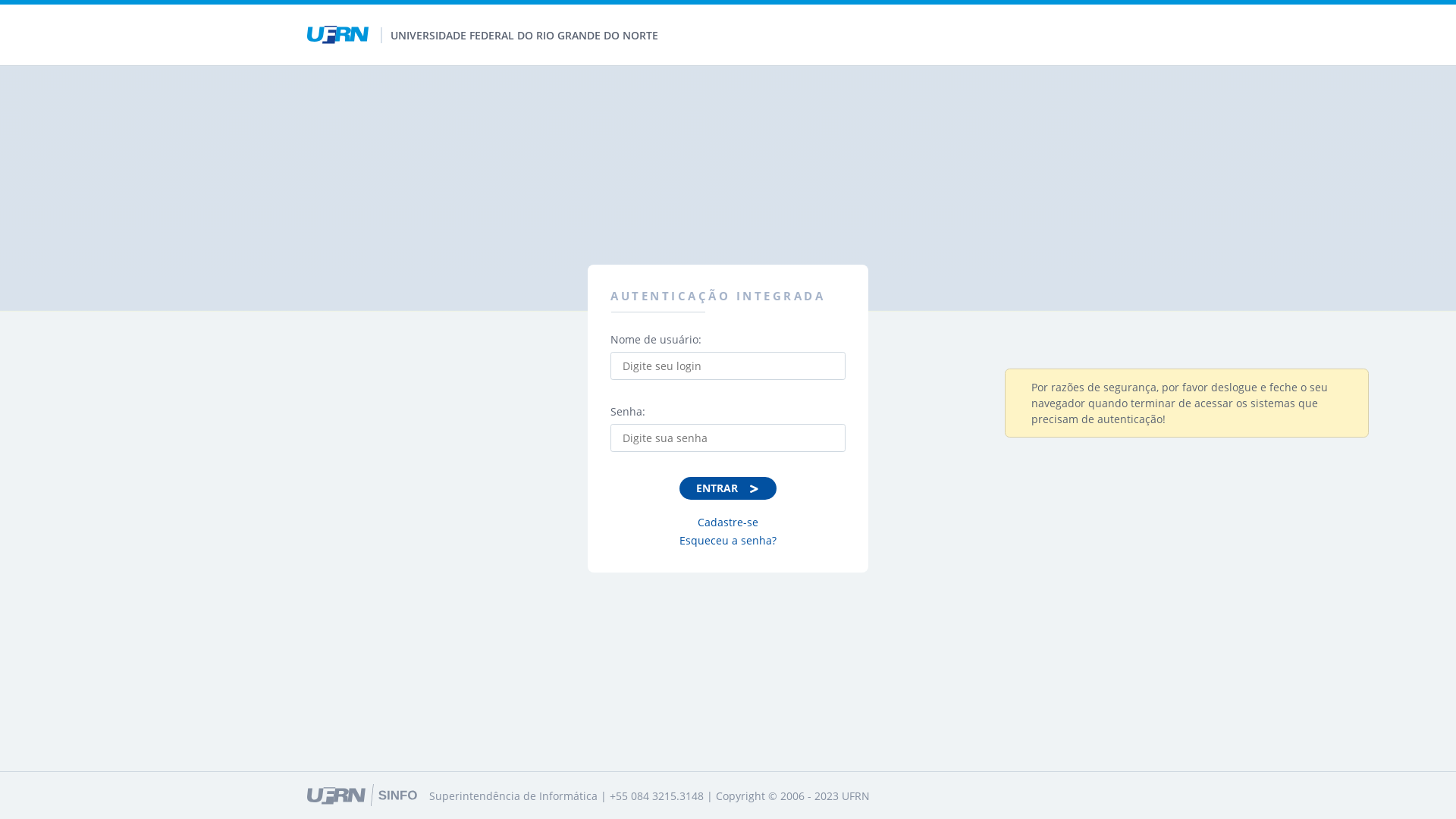 This screenshot has width=1456, height=819. Describe the element at coordinates (361, 795) in the screenshot. I see `'Ir para o site da SINFO'` at that location.